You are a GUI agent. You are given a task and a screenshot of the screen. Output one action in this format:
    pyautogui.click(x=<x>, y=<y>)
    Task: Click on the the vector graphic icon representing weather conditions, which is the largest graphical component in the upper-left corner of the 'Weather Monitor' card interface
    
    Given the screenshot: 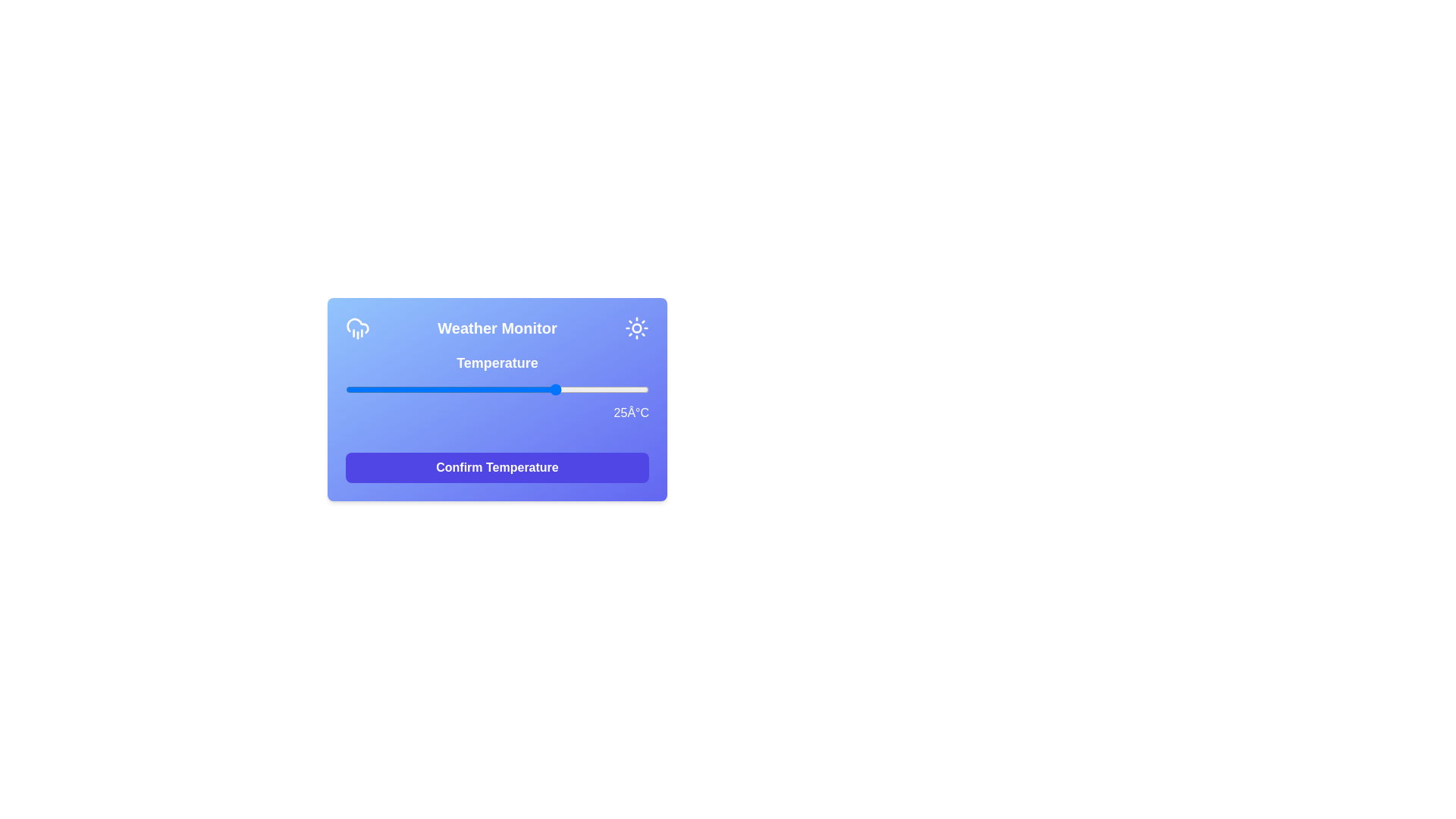 What is the action you would take?
    pyautogui.click(x=356, y=325)
    